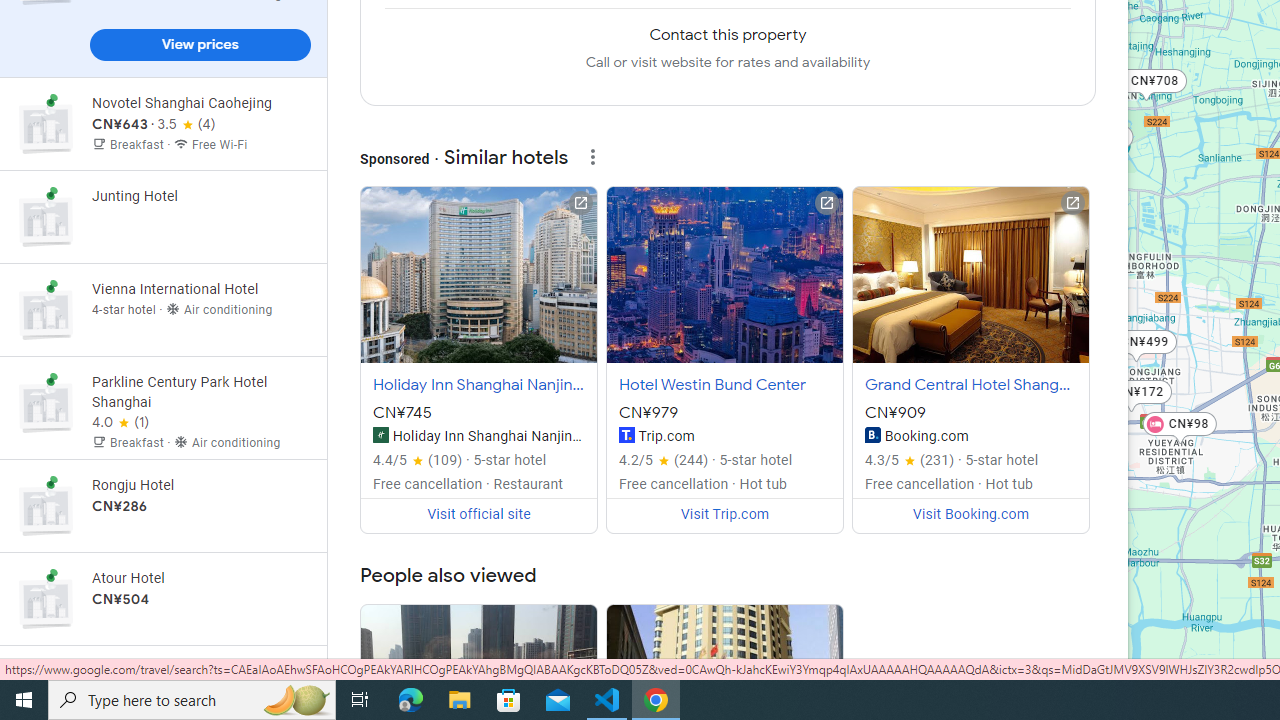 The height and width of the screenshot is (720, 1280). Describe the element at coordinates (163, 217) in the screenshot. I see `'Junting Hotel'` at that location.